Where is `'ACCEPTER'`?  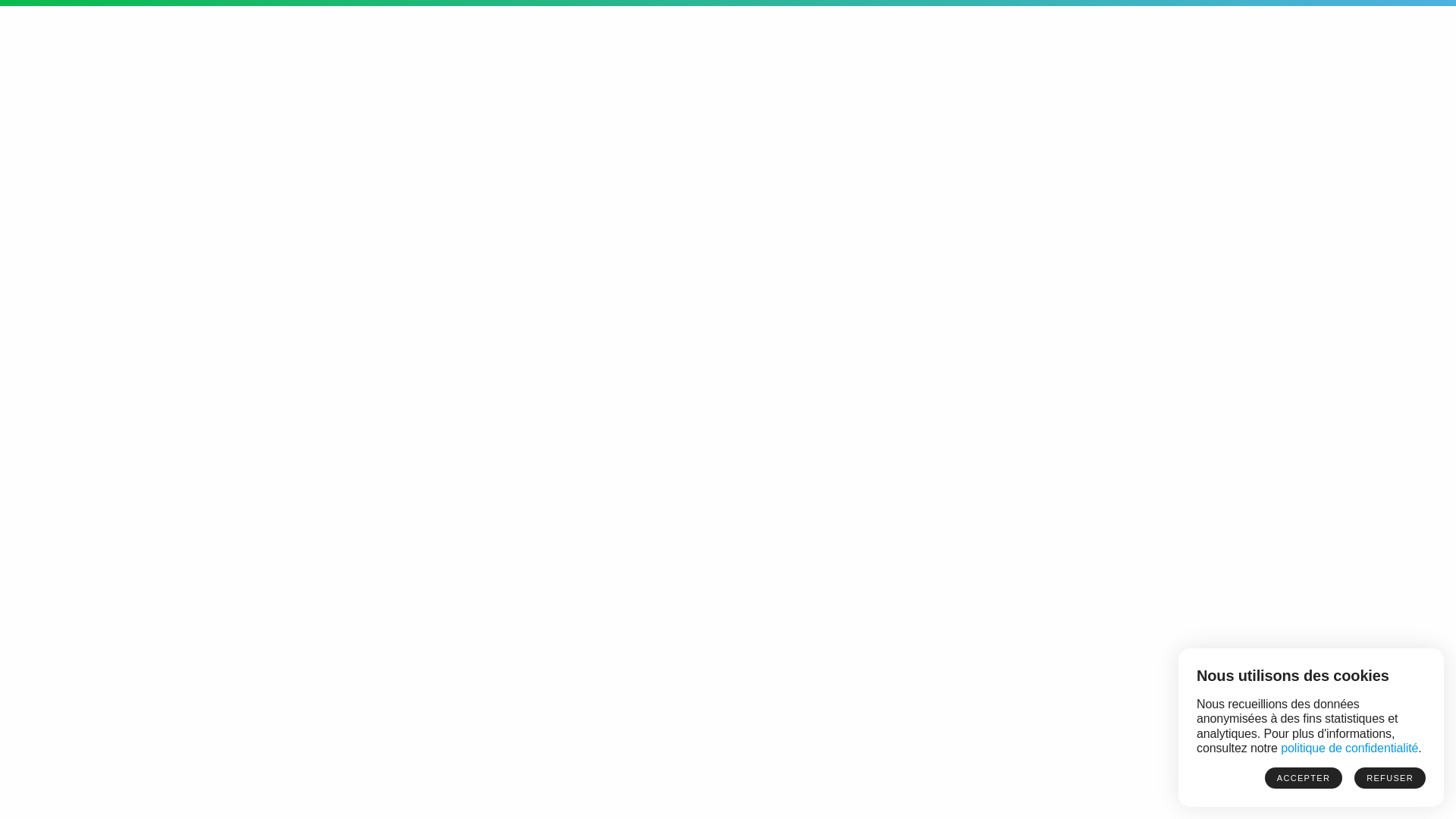
'ACCEPTER' is located at coordinates (1265, 778).